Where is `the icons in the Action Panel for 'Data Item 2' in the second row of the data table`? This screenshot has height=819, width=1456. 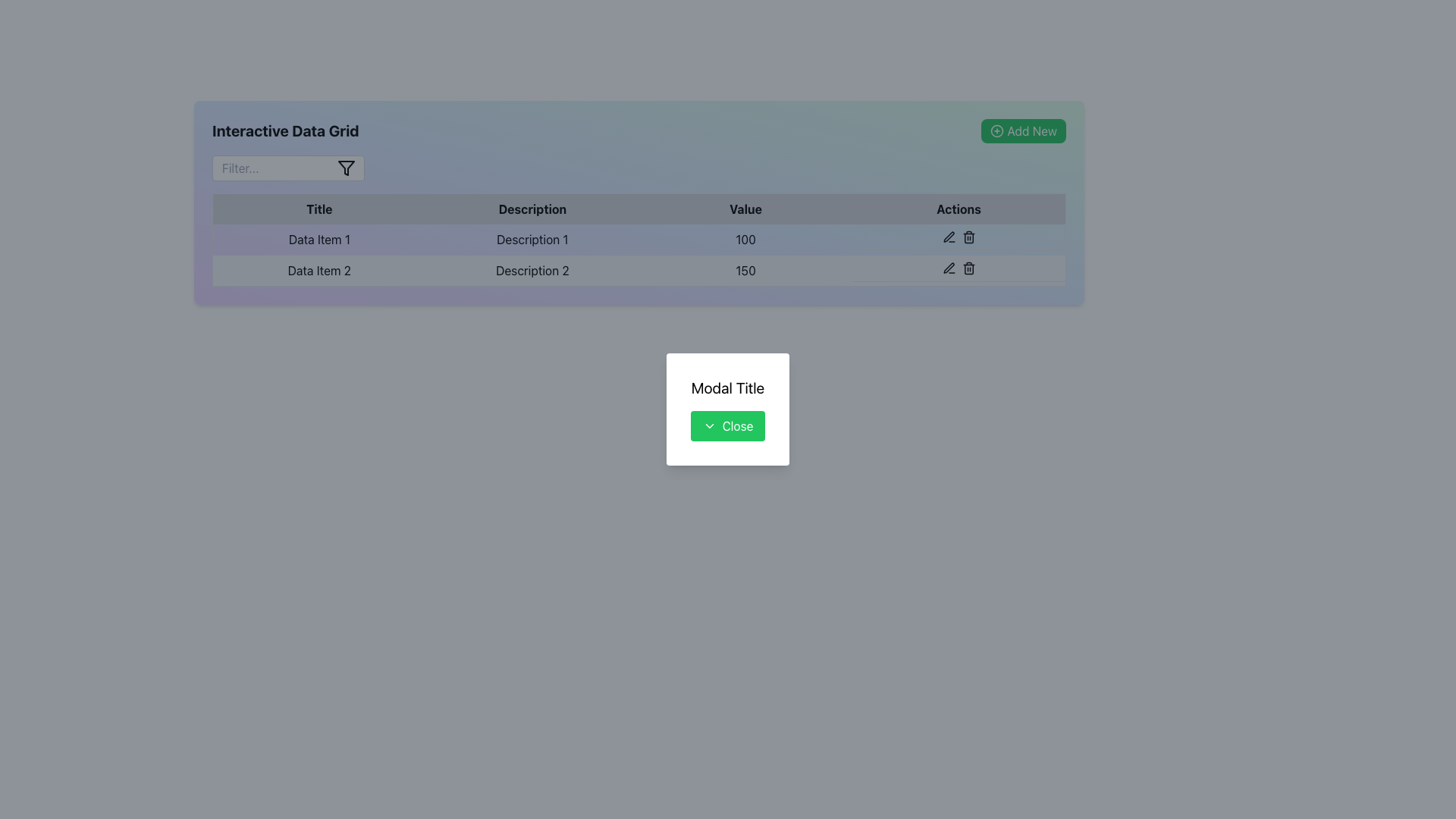
the icons in the Action Panel for 'Data Item 2' in the second row of the data table is located at coordinates (958, 268).